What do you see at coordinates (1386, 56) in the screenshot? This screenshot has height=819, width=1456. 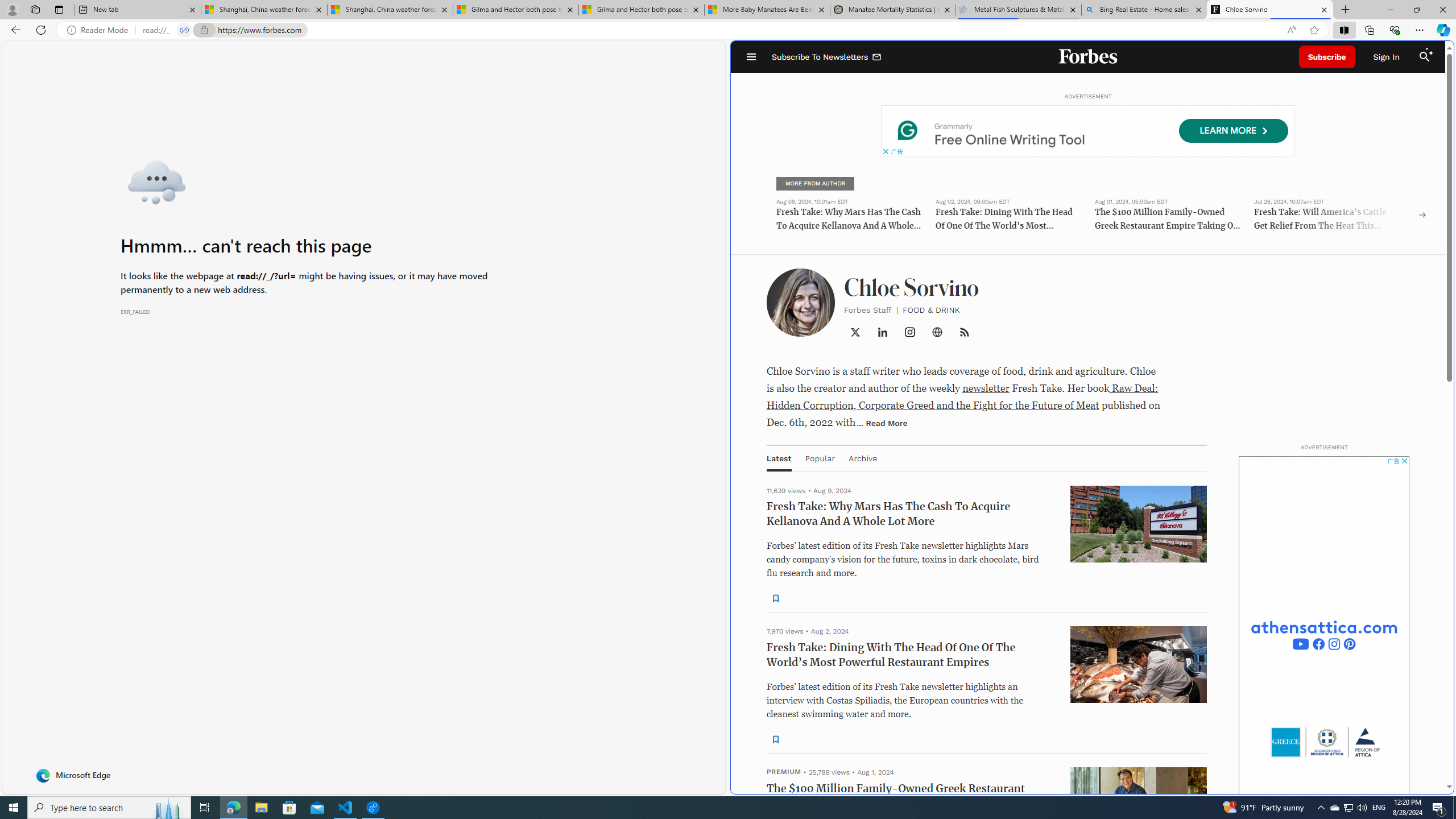 I see `'Sign In'` at bounding box center [1386, 56].